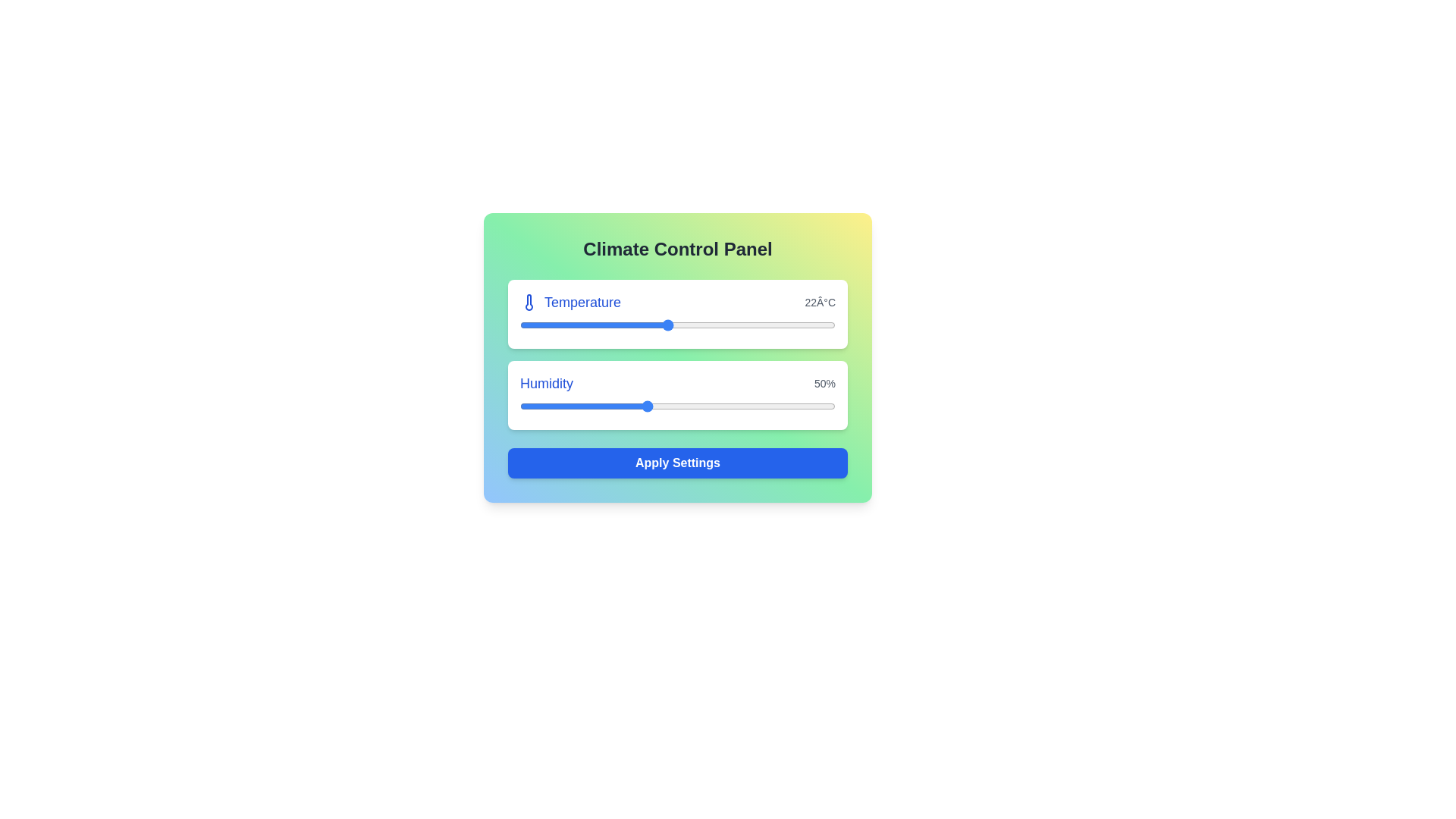  Describe the element at coordinates (676, 324) in the screenshot. I see `the thumb of the temperature range slider located in the upper section of the Climate Control Panel` at that location.